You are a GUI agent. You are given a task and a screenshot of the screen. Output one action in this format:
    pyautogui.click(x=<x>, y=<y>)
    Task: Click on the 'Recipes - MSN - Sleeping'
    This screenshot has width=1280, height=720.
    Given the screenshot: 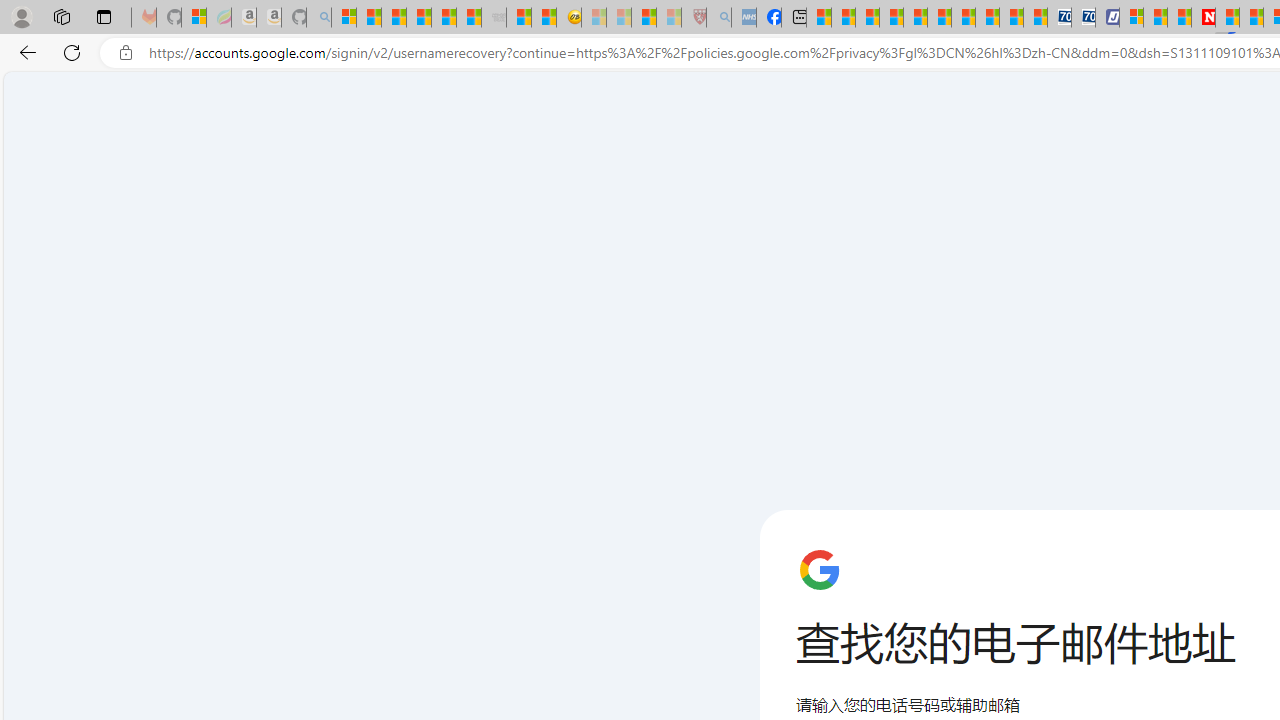 What is the action you would take?
    pyautogui.click(x=592, y=17)
    